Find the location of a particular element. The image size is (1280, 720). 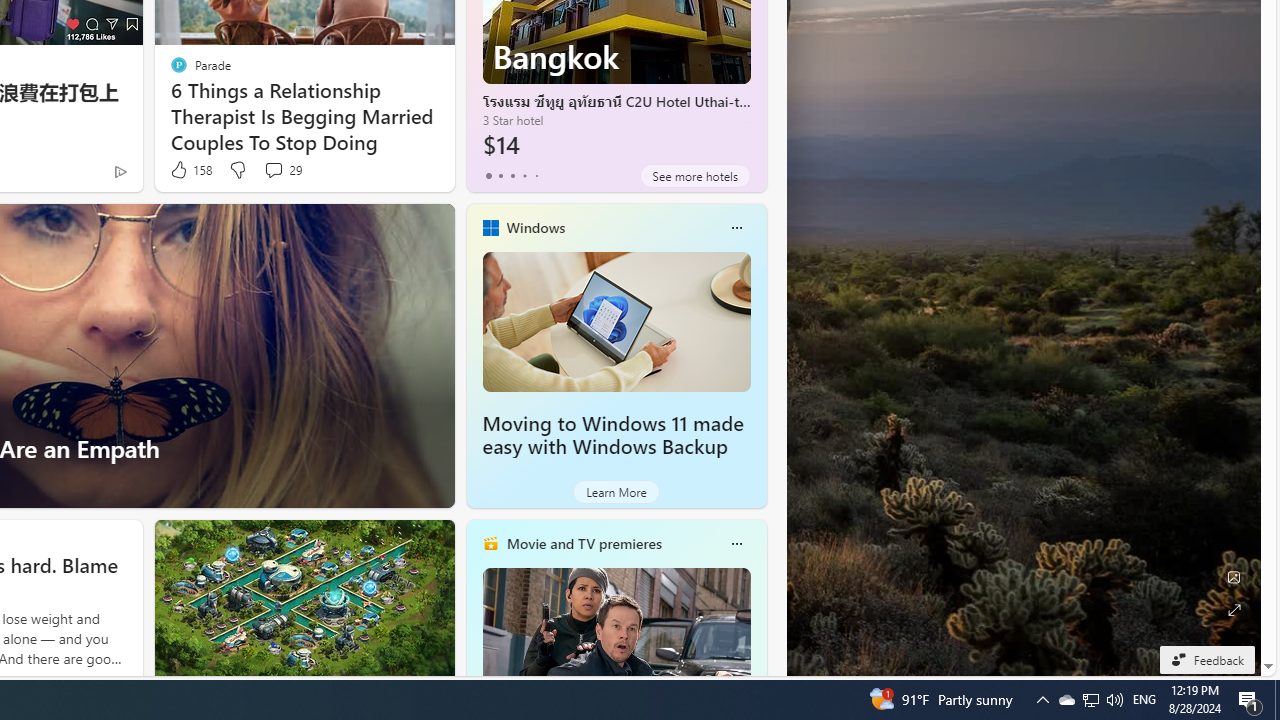

'Ad Choice' is located at coordinates (119, 170).